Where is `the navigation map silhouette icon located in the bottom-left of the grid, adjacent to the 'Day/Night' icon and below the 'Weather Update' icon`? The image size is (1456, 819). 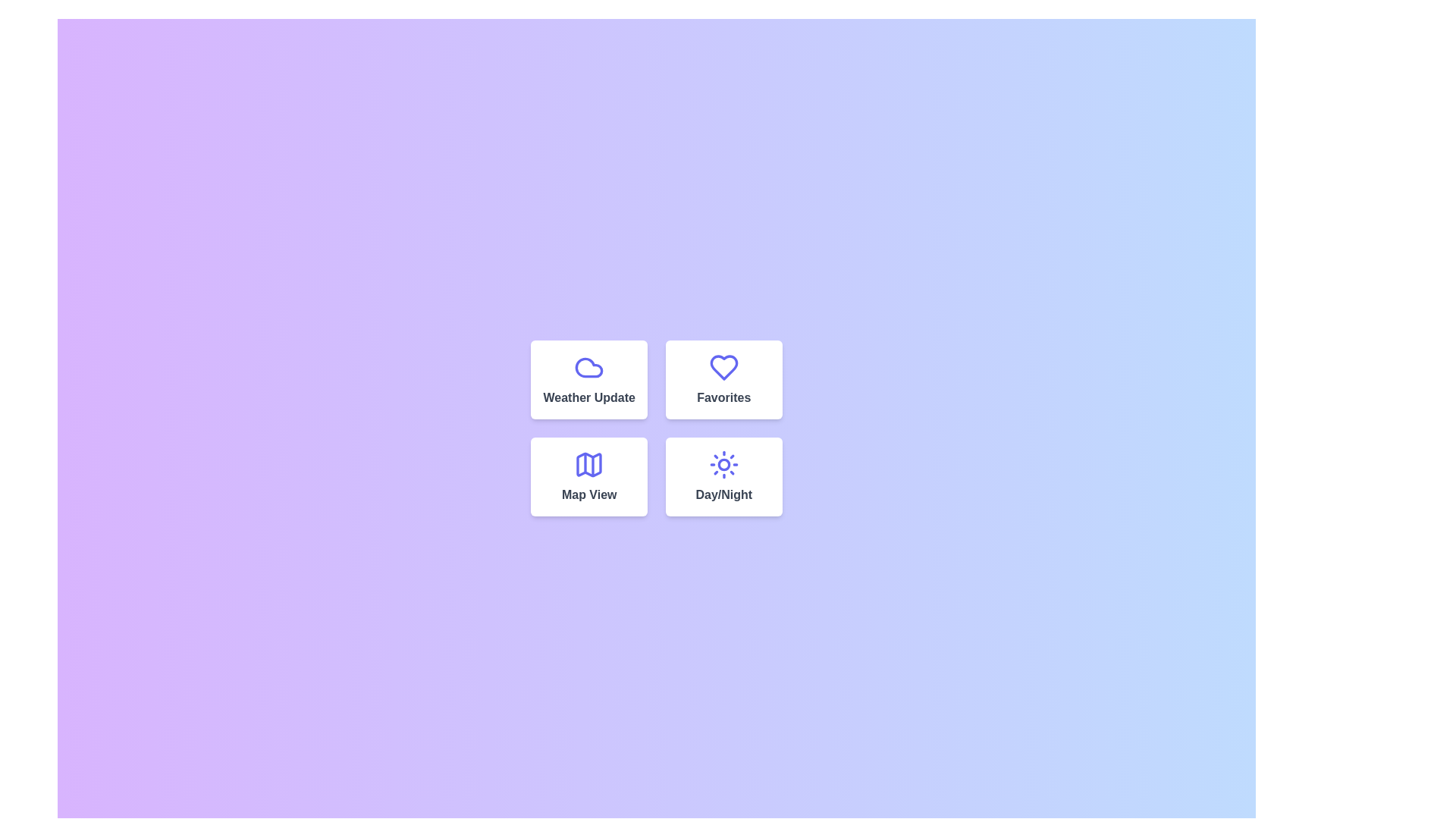
the navigation map silhouette icon located in the bottom-left of the grid, adjacent to the 'Day/Night' icon and below the 'Weather Update' icon is located at coordinates (588, 464).